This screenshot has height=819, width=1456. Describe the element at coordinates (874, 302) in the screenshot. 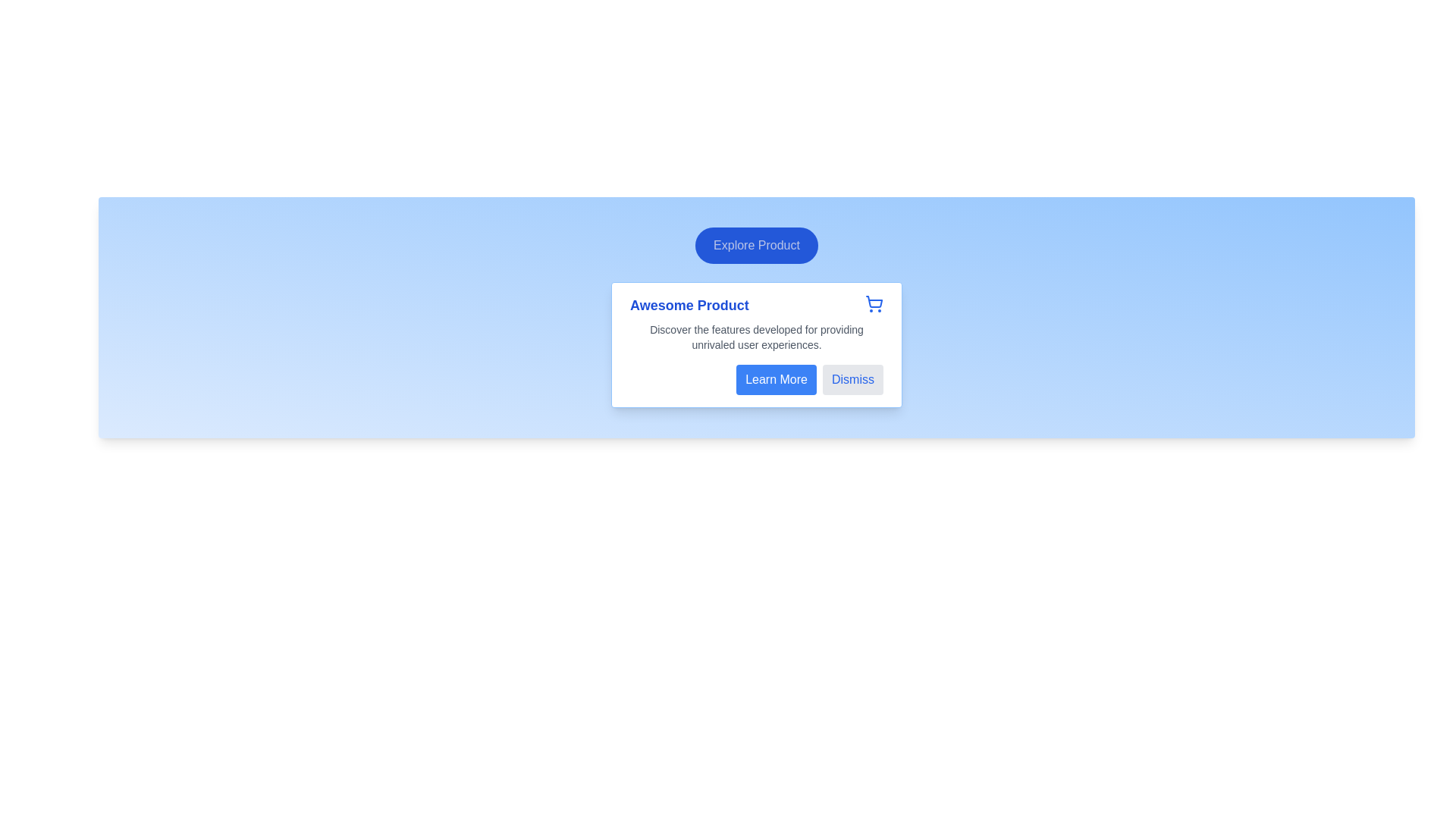

I see `the shopping cart icon represented by a blue outlined SVG vector graphic located in the upper-right corner of the white card with the title 'Awesome Product'` at that location.